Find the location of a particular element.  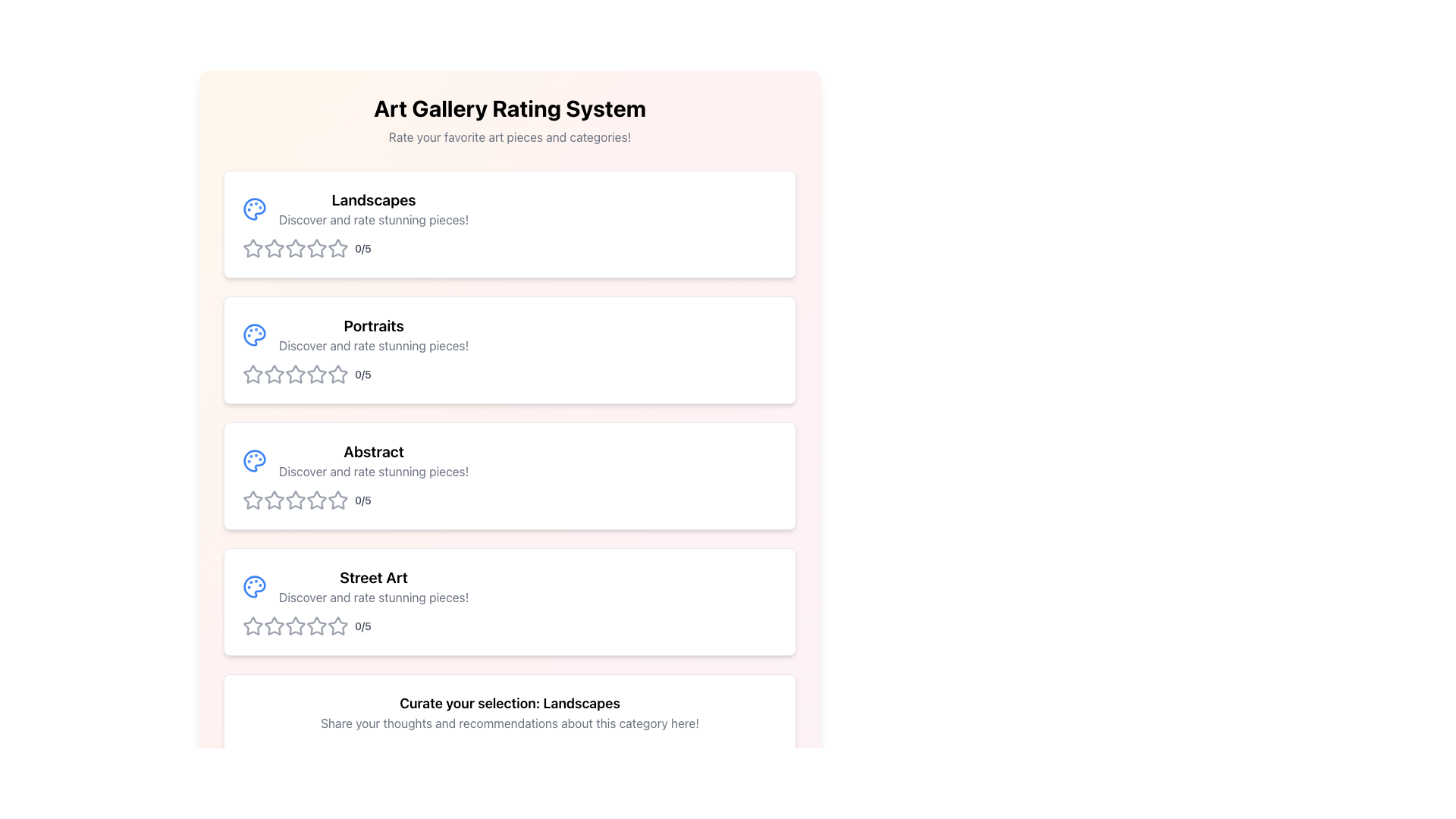

the fourth star icon in the 'Abstract' category is located at coordinates (337, 500).